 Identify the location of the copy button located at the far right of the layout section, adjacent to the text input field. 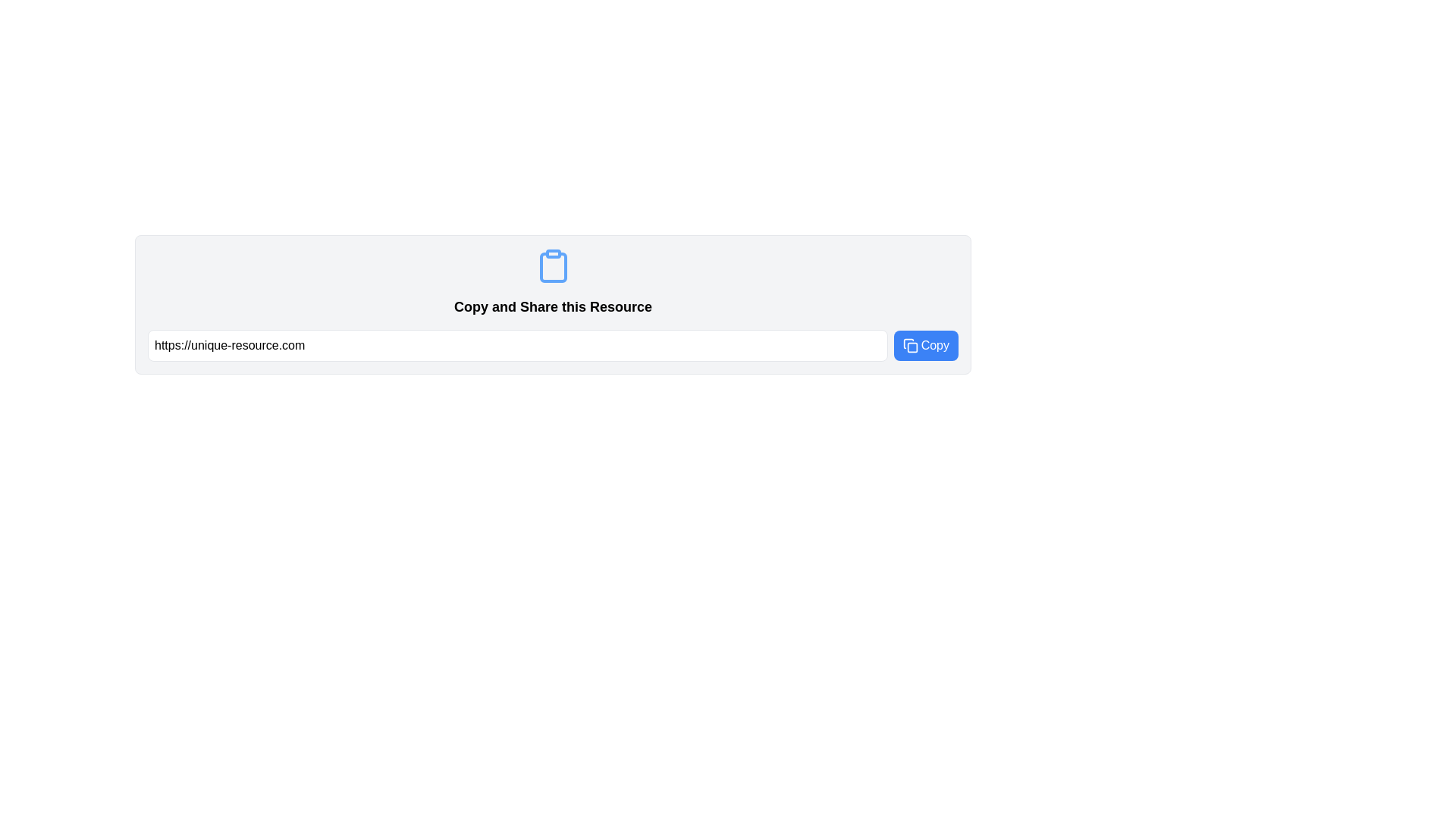
(925, 345).